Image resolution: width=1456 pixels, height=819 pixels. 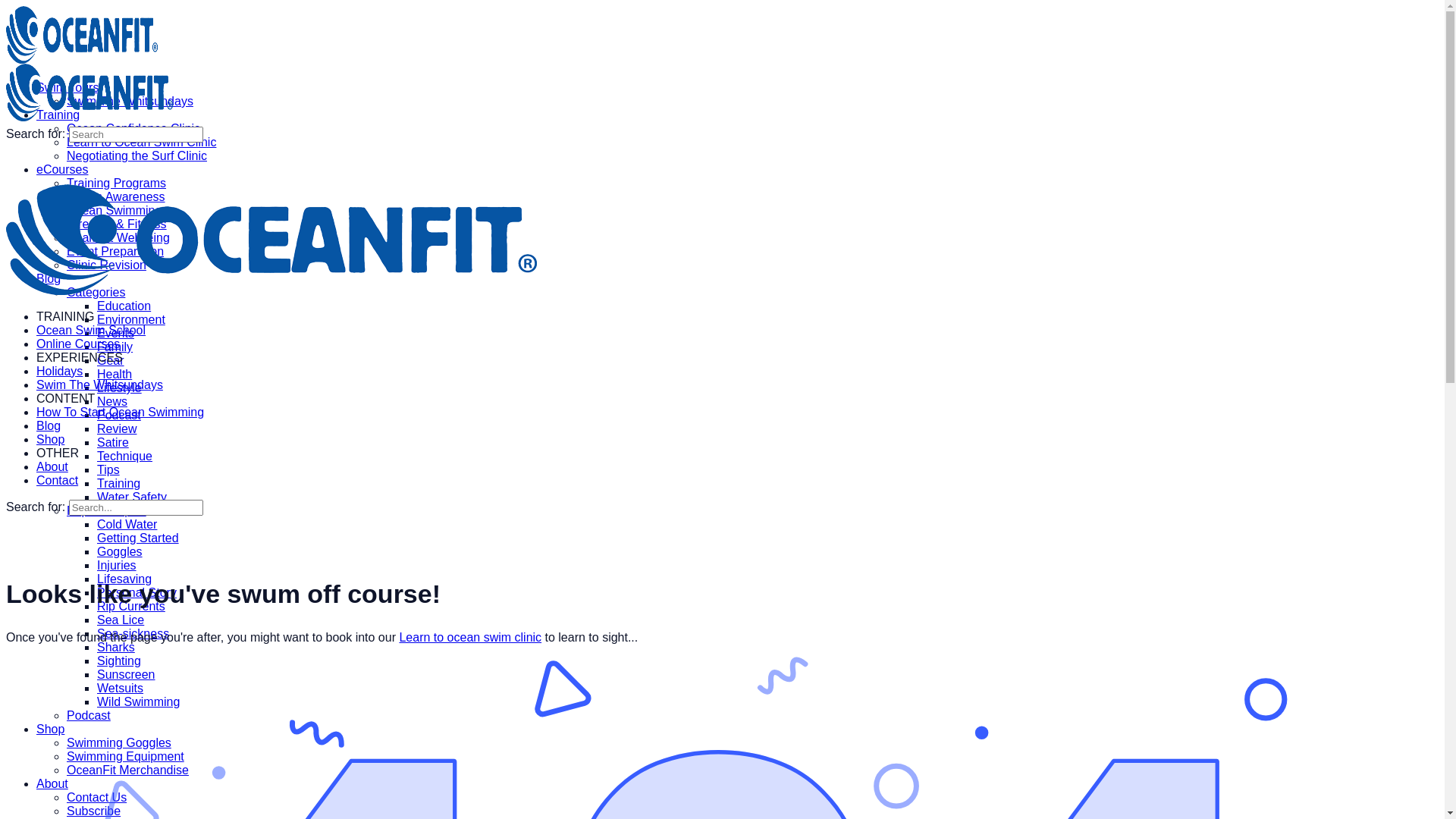 What do you see at coordinates (113, 374) in the screenshot?
I see `'Health'` at bounding box center [113, 374].